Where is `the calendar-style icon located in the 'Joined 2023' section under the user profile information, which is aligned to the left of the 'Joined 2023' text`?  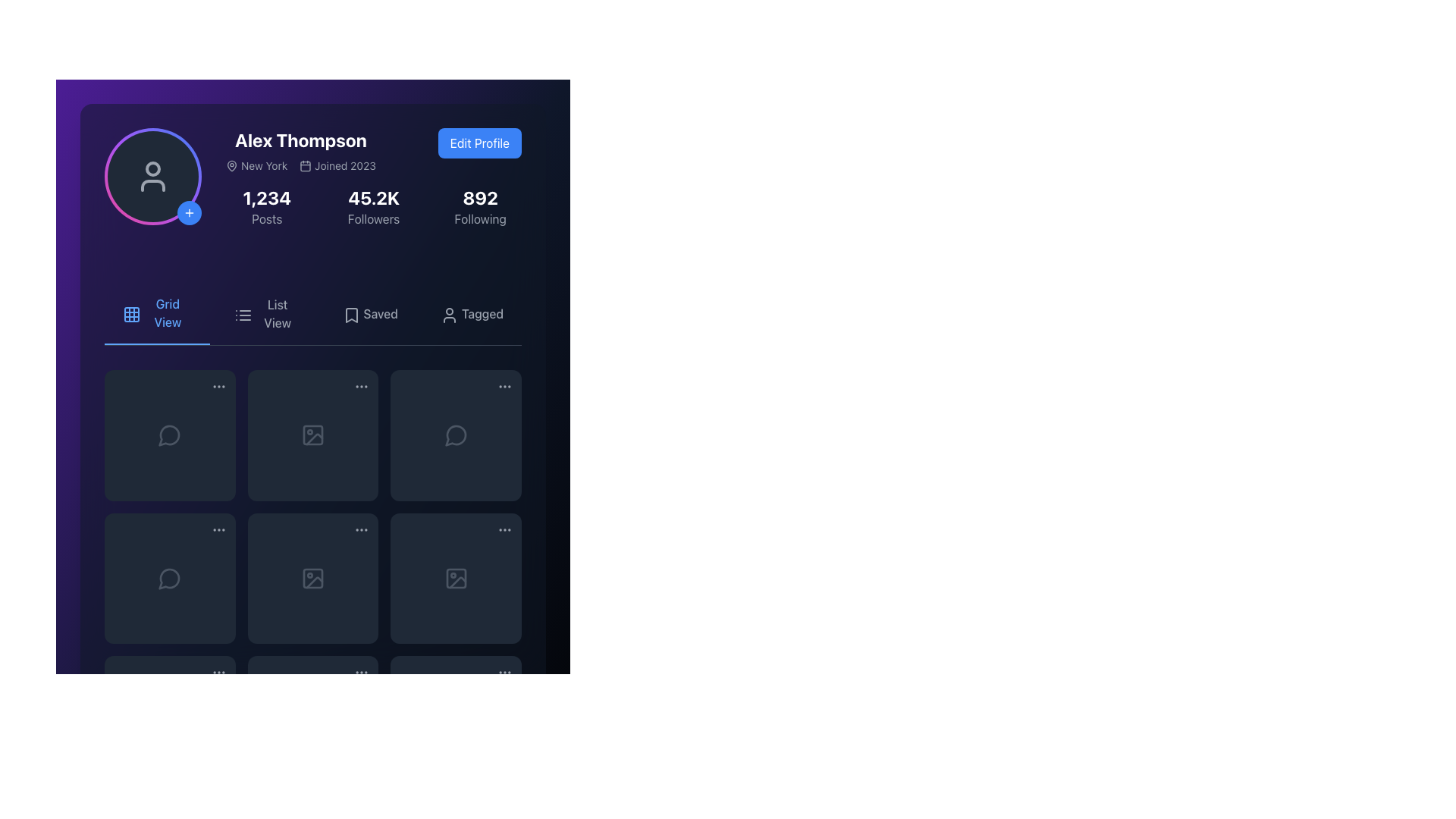 the calendar-style icon located in the 'Joined 2023' section under the user profile information, which is aligned to the left of the 'Joined 2023' text is located at coordinates (305, 166).